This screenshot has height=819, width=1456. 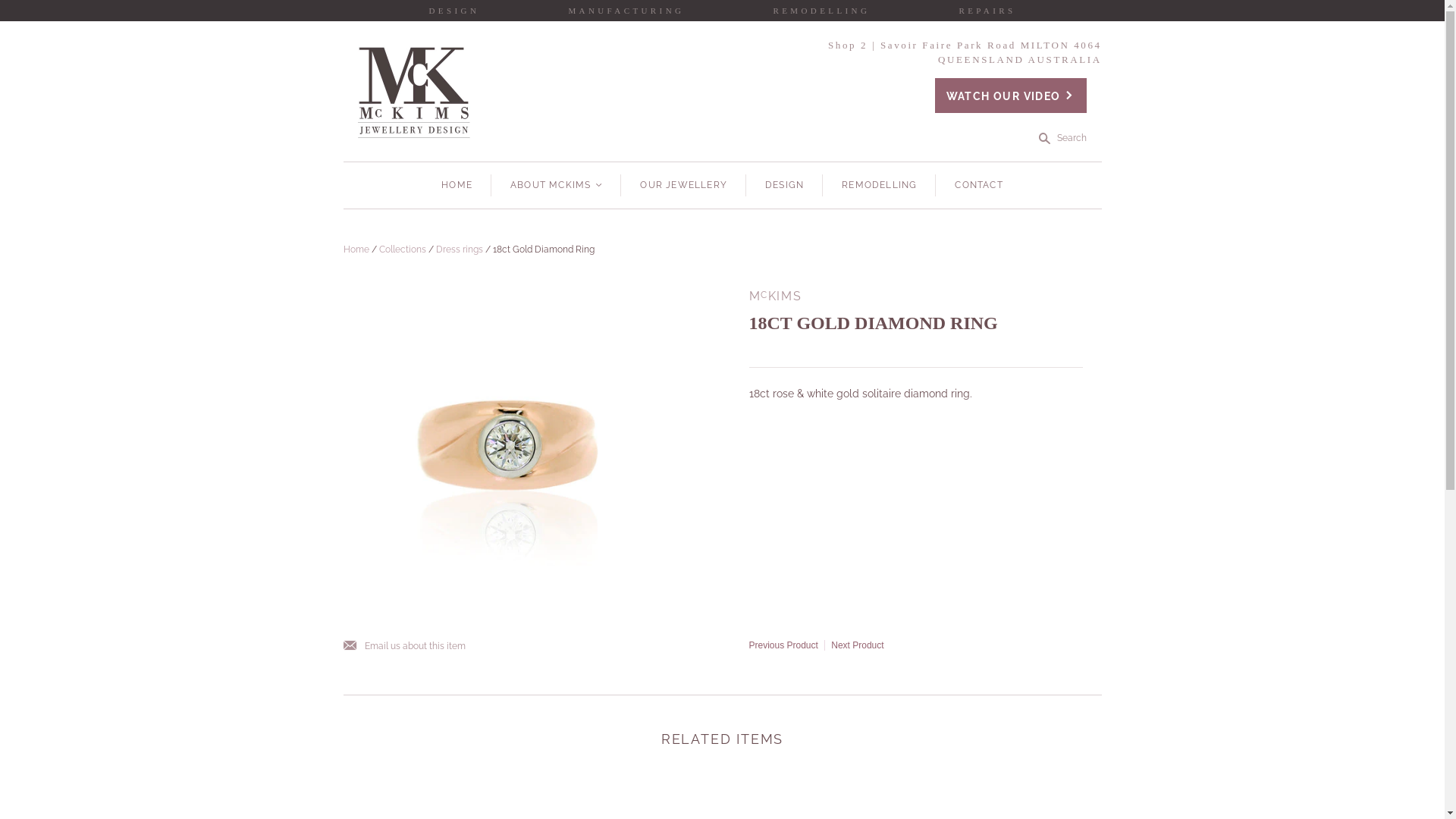 What do you see at coordinates (857, 645) in the screenshot?
I see `'Next Product'` at bounding box center [857, 645].